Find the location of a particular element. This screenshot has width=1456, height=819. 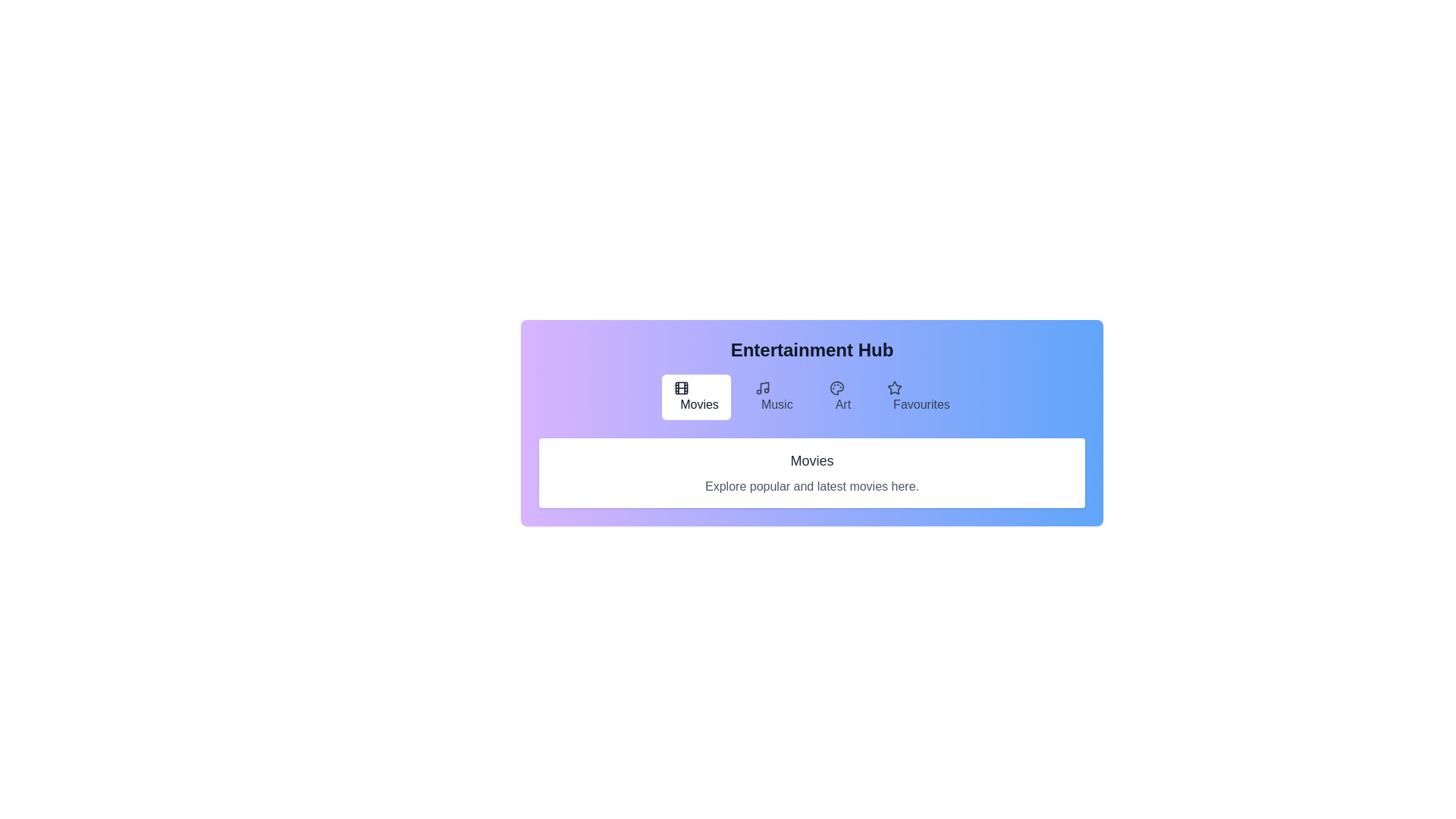

the Art tab by clicking on the corresponding tab button is located at coordinates (839, 397).